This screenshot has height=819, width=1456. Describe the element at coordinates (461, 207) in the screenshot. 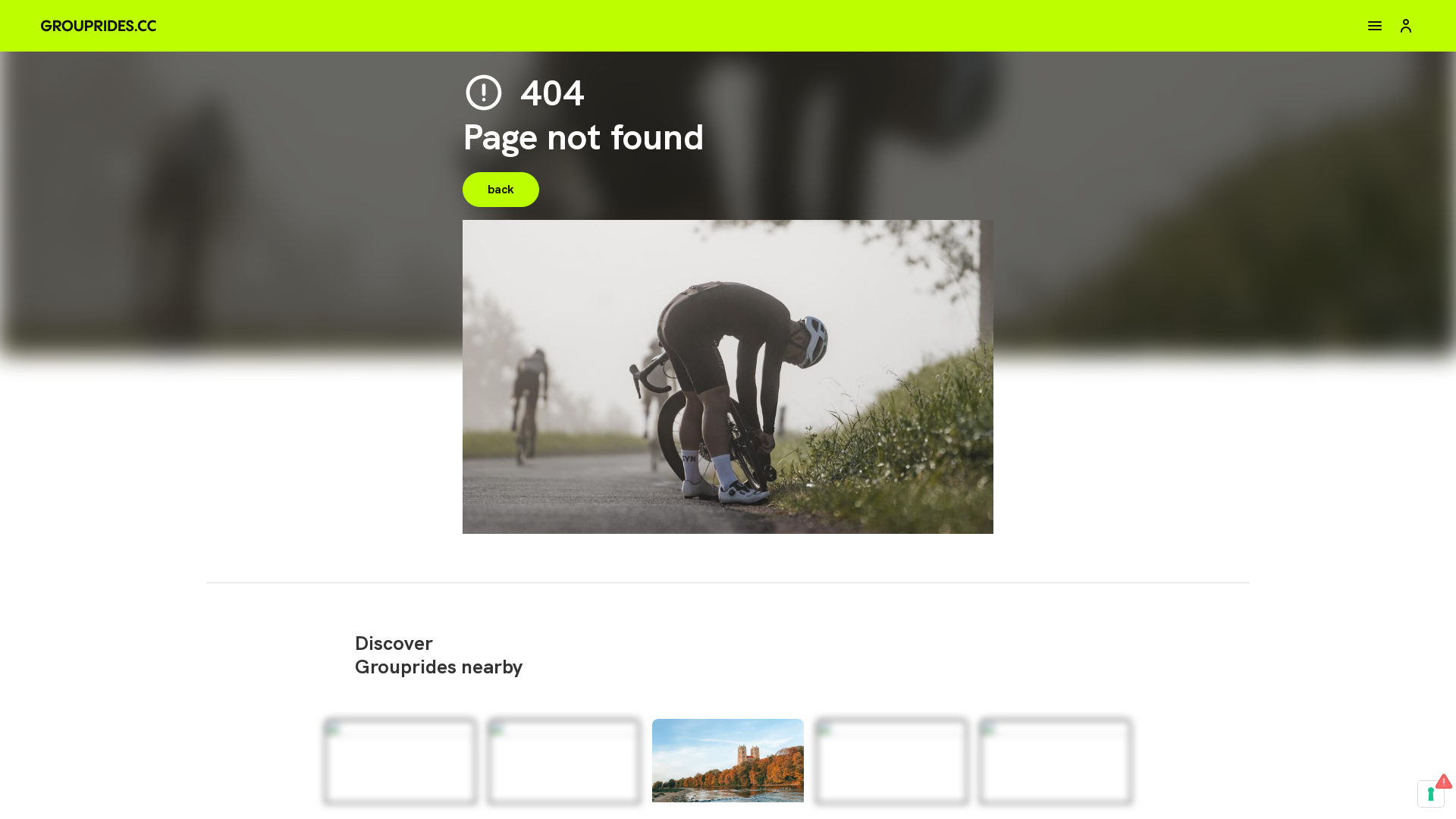

I see `'back'` at that location.